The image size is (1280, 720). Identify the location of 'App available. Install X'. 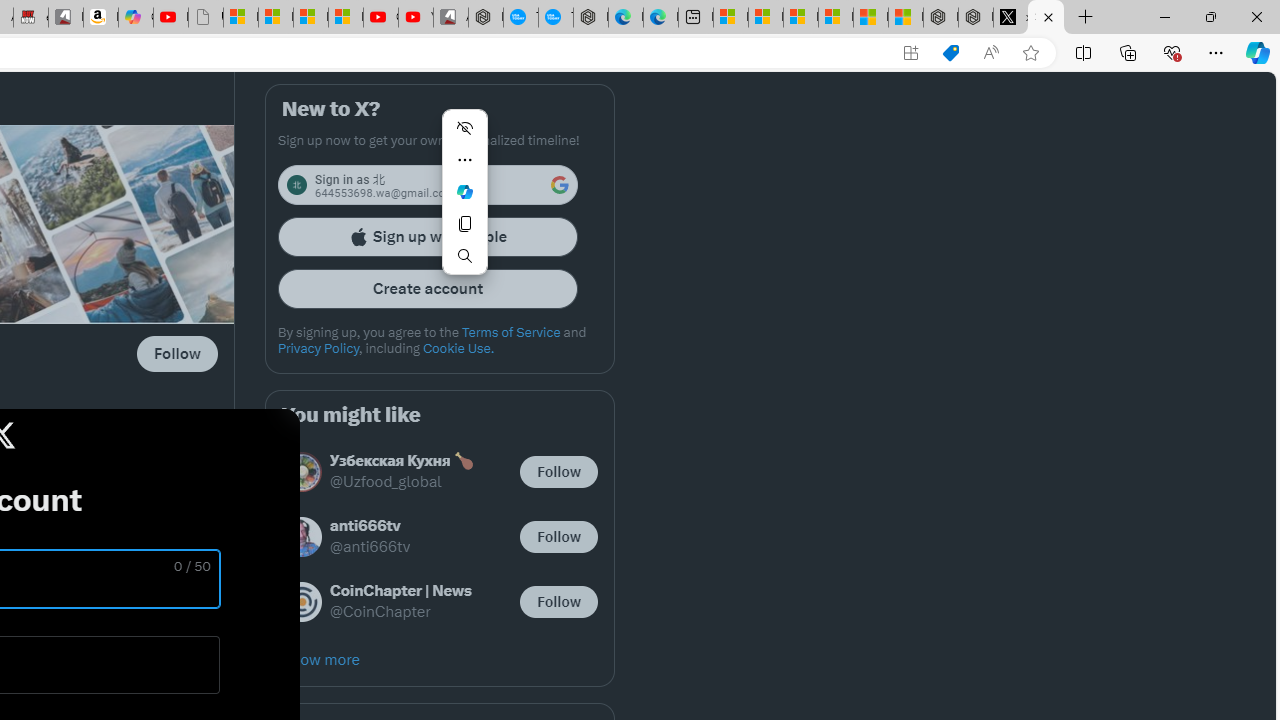
(909, 52).